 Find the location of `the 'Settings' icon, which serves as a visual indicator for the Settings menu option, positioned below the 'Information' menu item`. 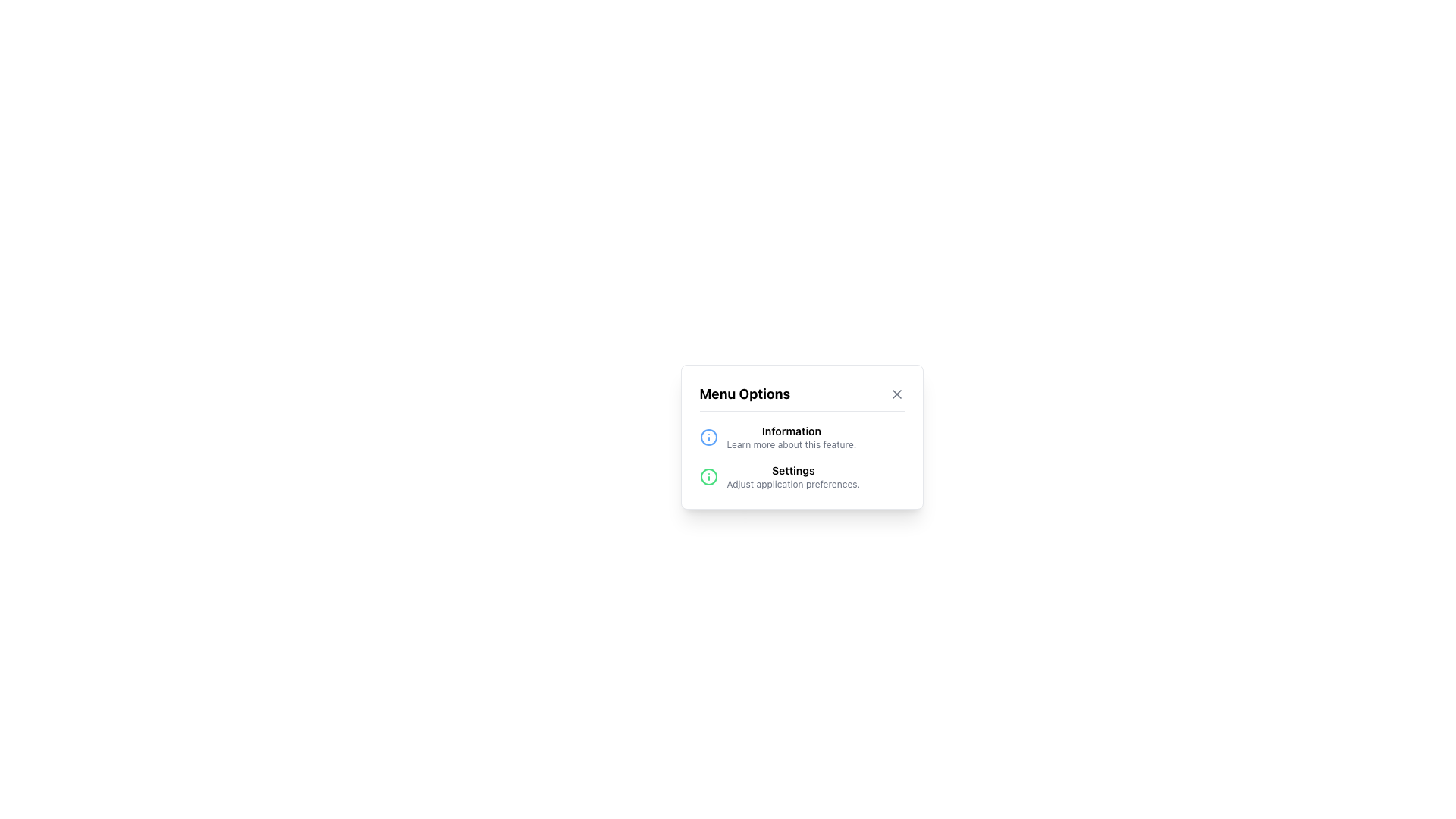

the 'Settings' icon, which serves as a visual indicator for the Settings menu option, positioned below the 'Information' menu item is located at coordinates (708, 475).